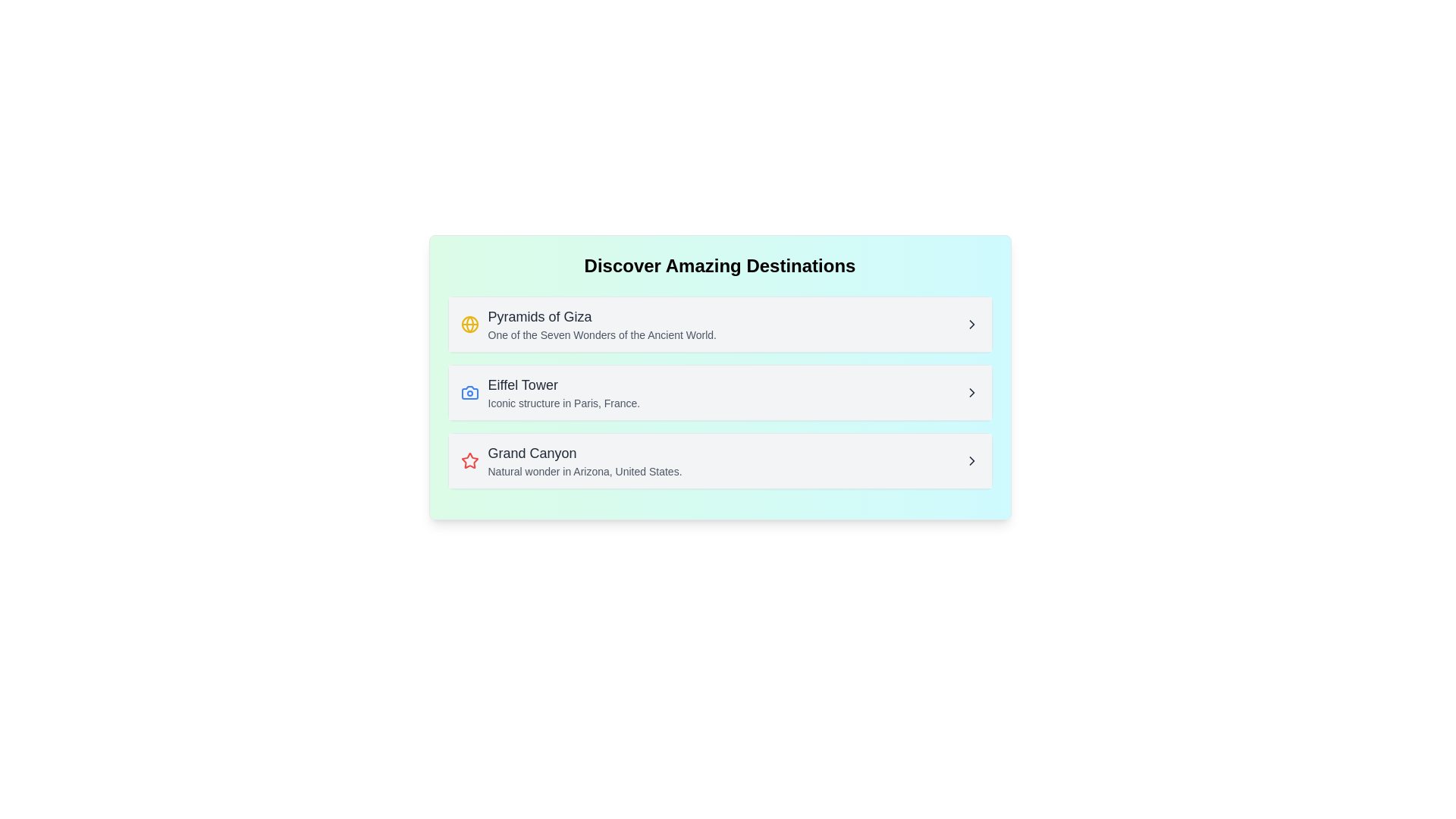 The height and width of the screenshot is (819, 1456). I want to click on the list item titled 'Eiffel Tower' which features a blue camera icon, so click(549, 391).